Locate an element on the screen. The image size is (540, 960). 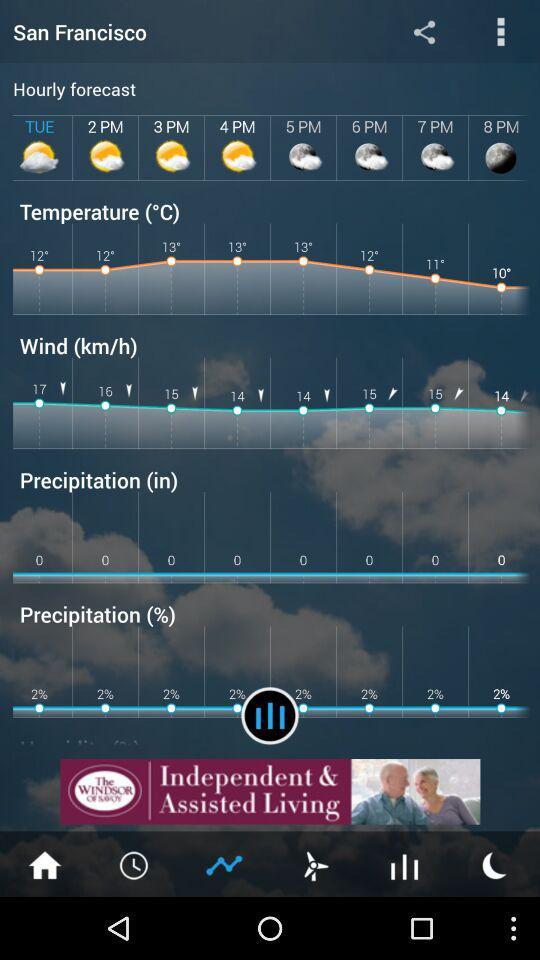
hourly display is located at coordinates (405, 863).